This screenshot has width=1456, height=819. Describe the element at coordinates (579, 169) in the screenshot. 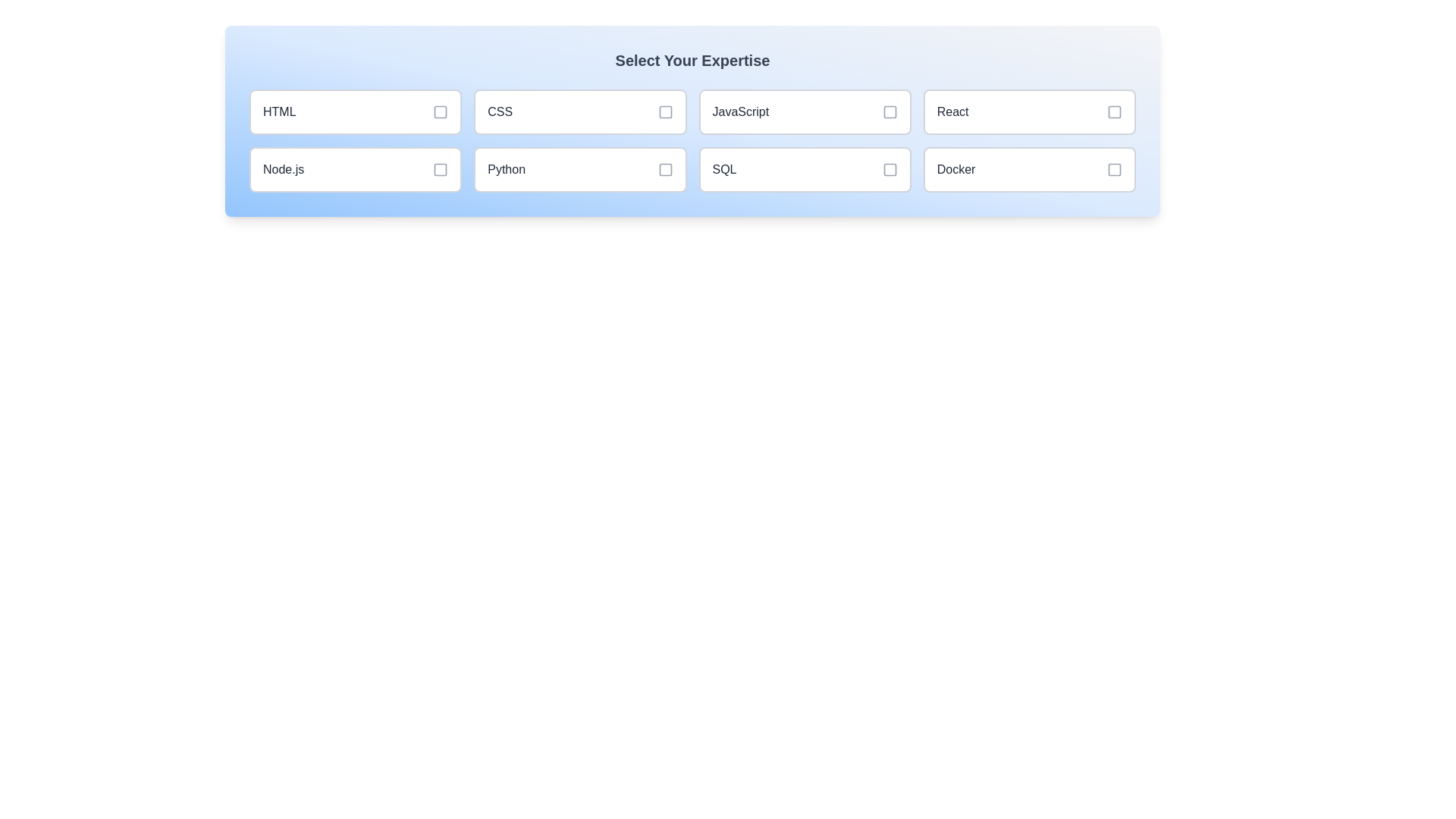

I see `the skill item labeled Python to toggle its selection state` at that location.